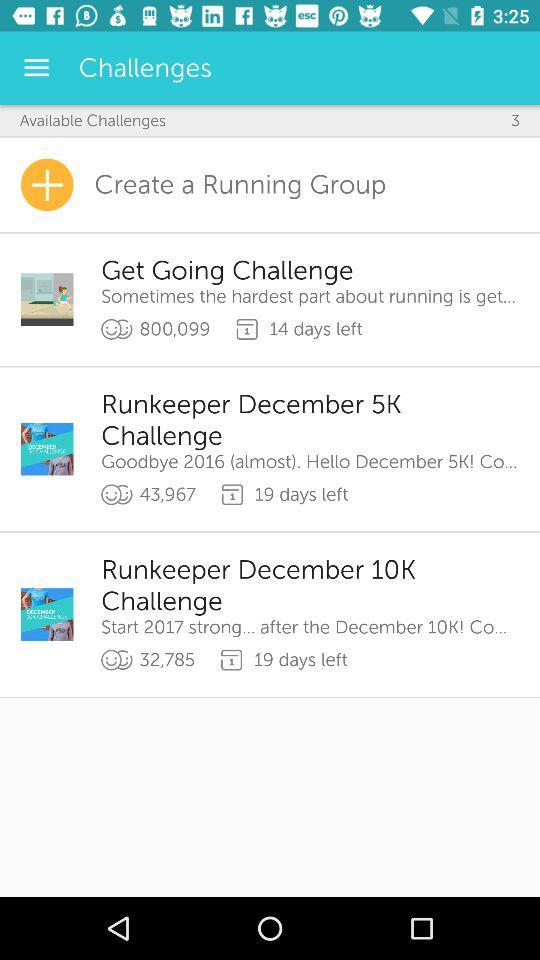 This screenshot has width=540, height=960. Describe the element at coordinates (36, 68) in the screenshot. I see `icon to the left of challenges` at that location.